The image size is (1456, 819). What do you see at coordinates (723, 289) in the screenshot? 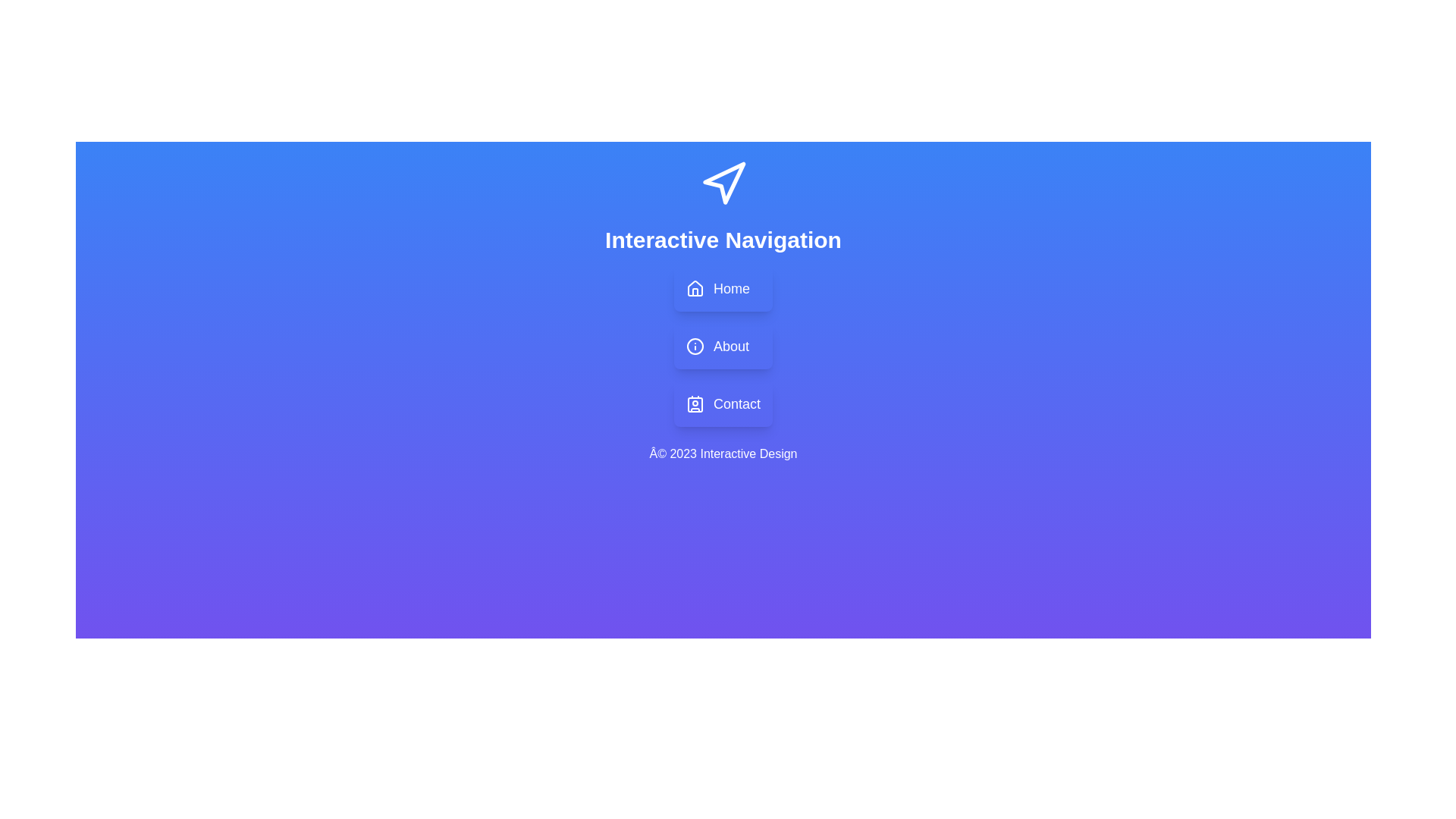
I see `the navigation button located beneath the 'Interactive Navigation' header` at bounding box center [723, 289].